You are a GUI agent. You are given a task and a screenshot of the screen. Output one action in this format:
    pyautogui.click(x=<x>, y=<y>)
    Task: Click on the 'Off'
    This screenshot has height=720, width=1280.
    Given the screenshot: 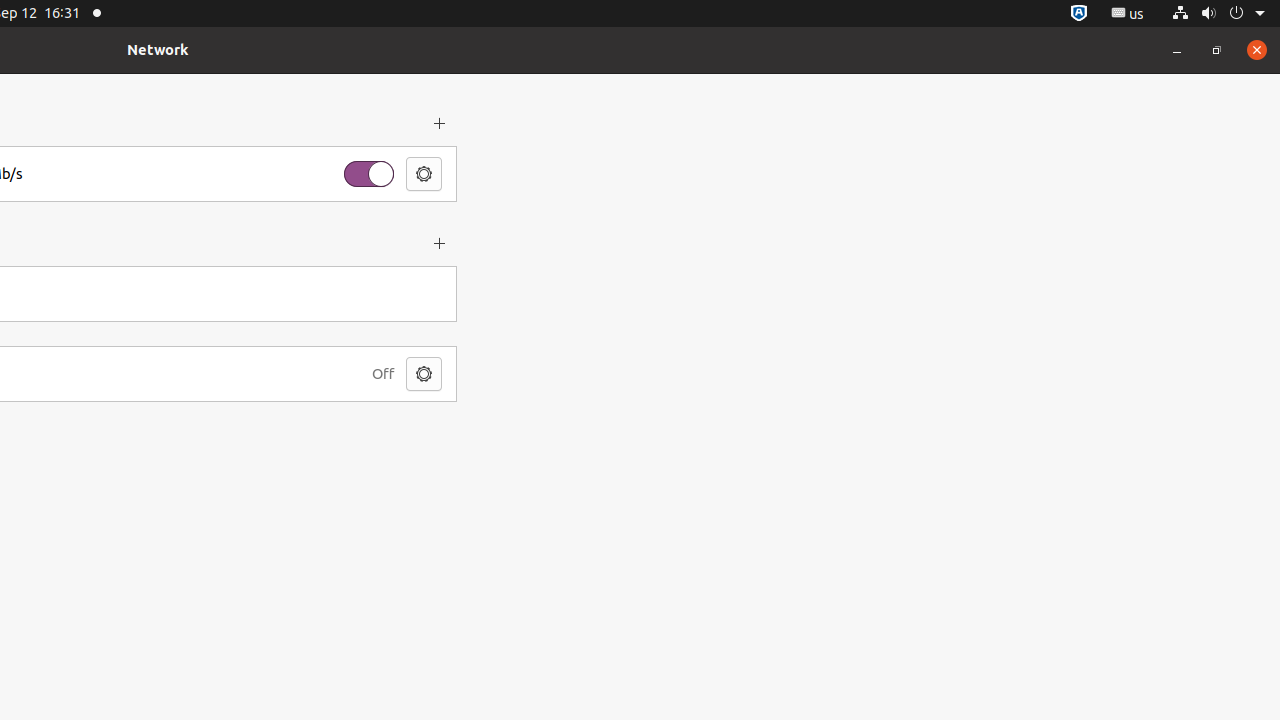 What is the action you would take?
    pyautogui.click(x=382, y=373)
    